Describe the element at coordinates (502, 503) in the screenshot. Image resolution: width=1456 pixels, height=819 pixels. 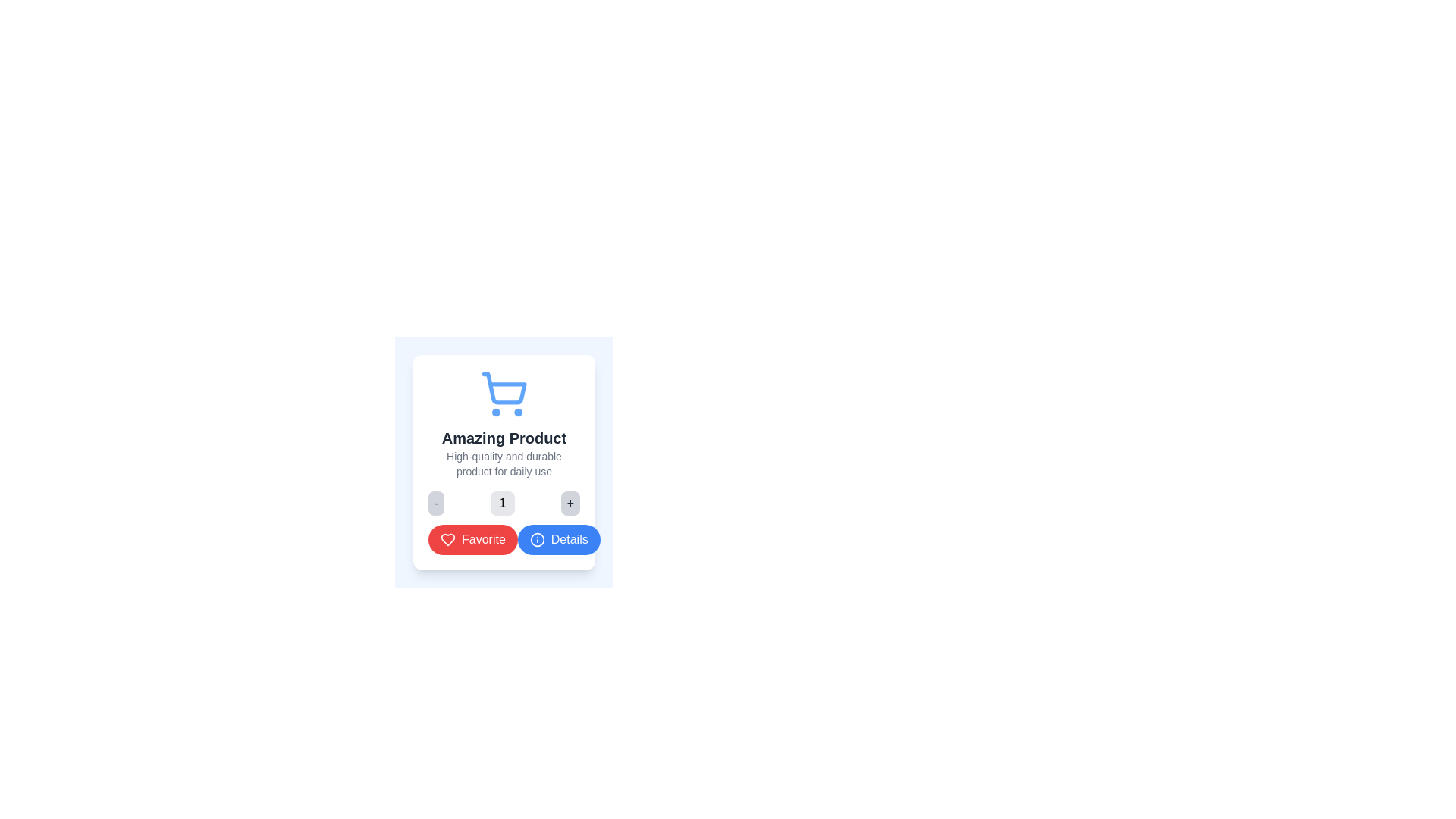
I see `the static numeric display element, which is the second in a sequence and located between a '-' symbol and a '+' symbol, below product information text` at that location.